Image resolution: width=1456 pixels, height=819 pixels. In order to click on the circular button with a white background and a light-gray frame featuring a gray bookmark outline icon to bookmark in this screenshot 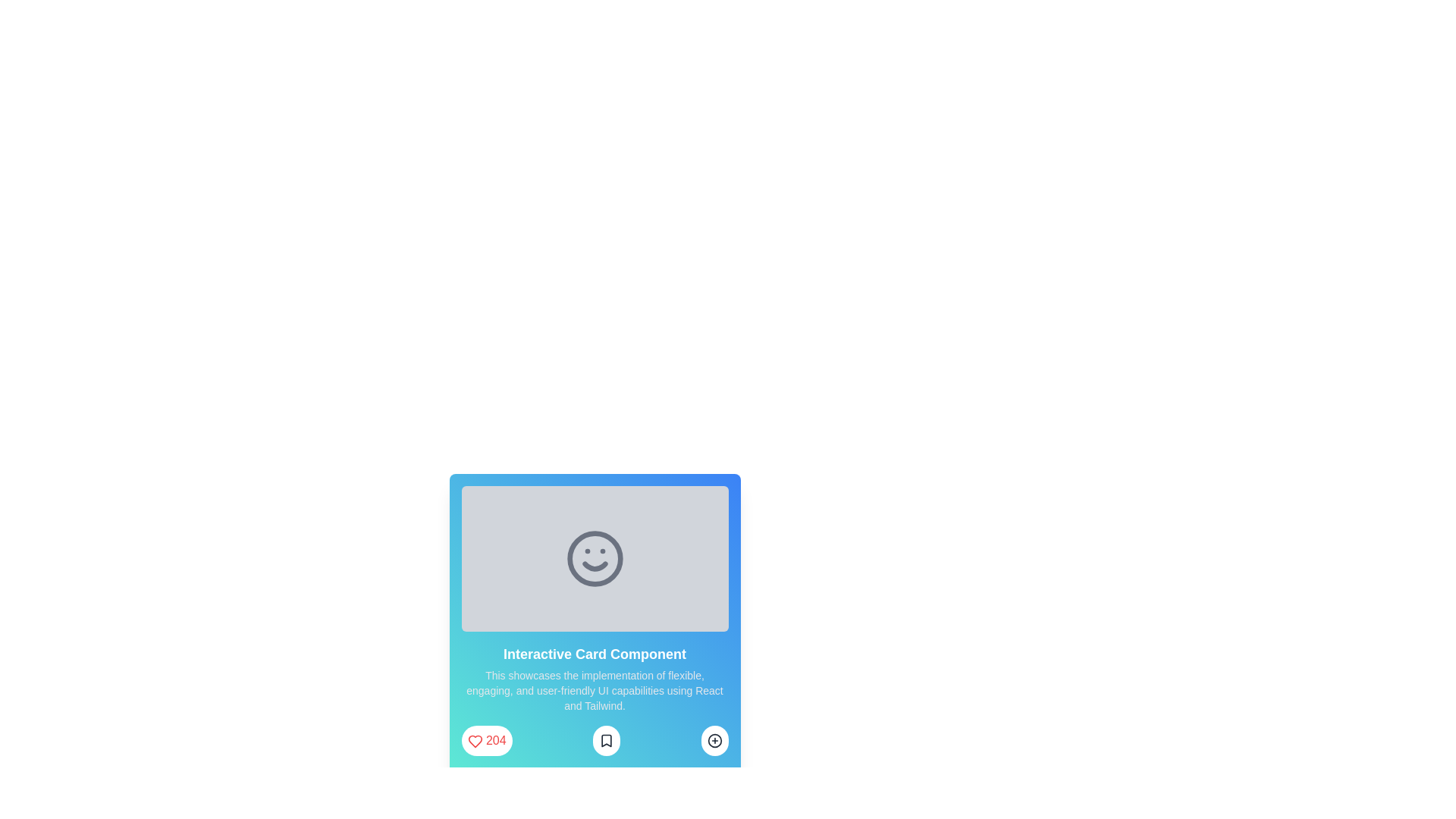, I will do `click(607, 739)`.